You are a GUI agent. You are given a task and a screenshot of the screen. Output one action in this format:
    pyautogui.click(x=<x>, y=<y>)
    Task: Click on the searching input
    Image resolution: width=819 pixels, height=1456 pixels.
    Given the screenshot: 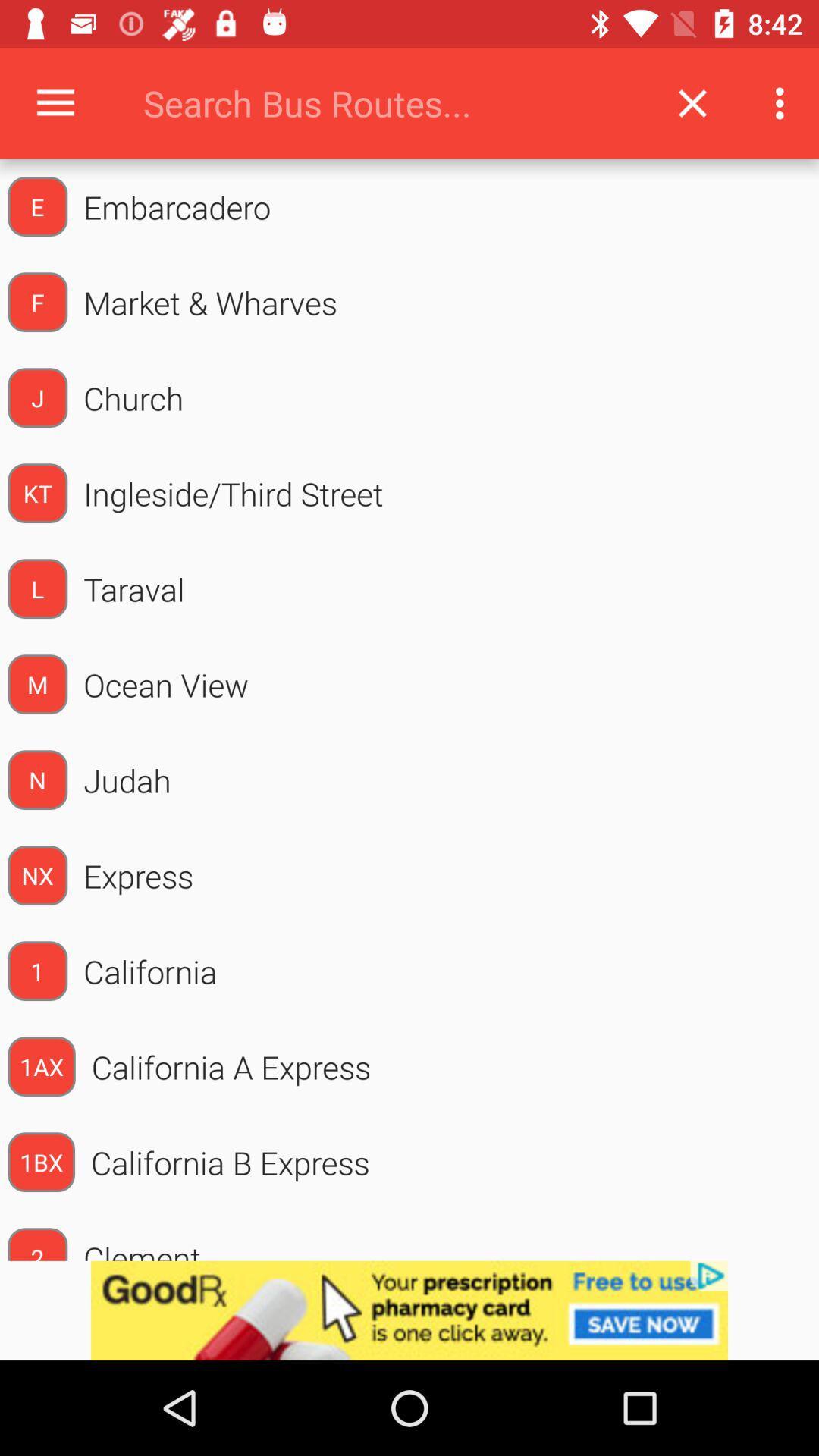 What is the action you would take?
    pyautogui.click(x=389, y=102)
    